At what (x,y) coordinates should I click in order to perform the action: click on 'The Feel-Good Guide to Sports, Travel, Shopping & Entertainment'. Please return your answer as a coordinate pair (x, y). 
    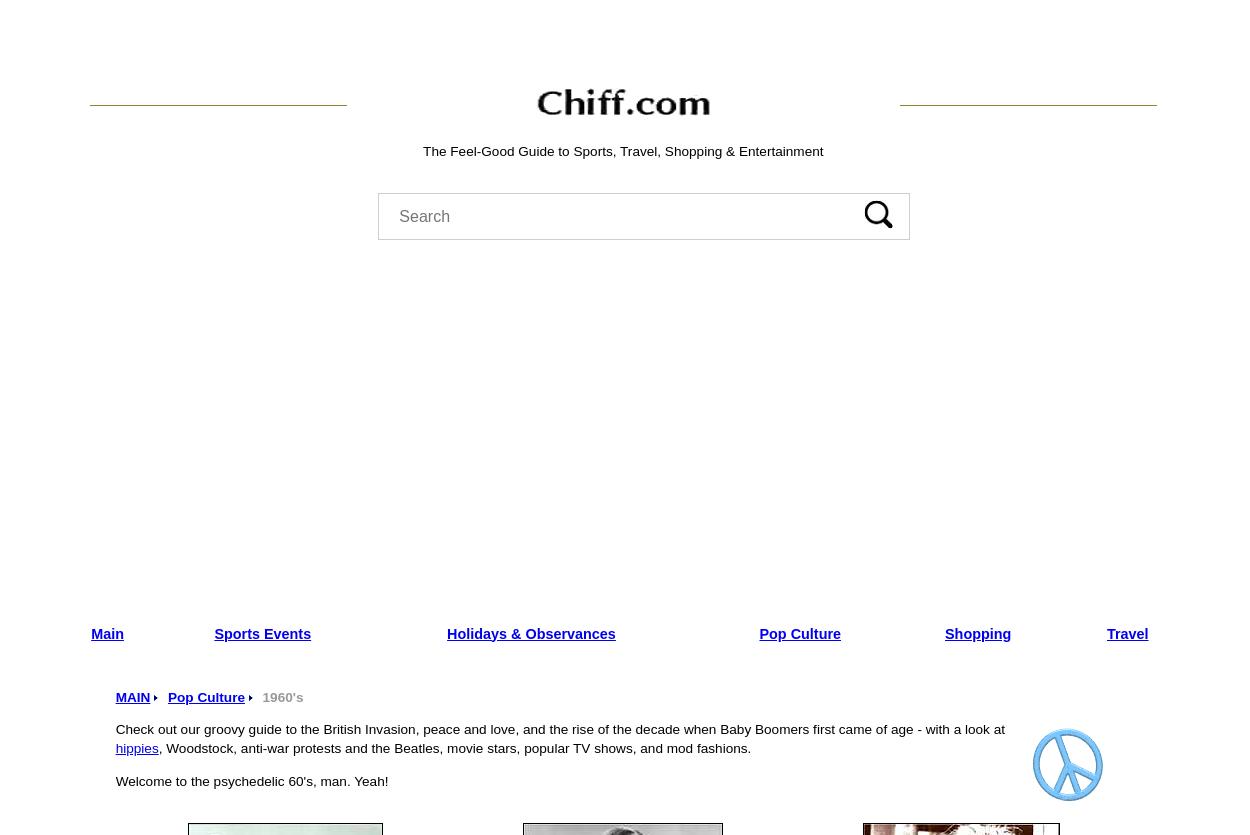
    Looking at the image, I should click on (622, 149).